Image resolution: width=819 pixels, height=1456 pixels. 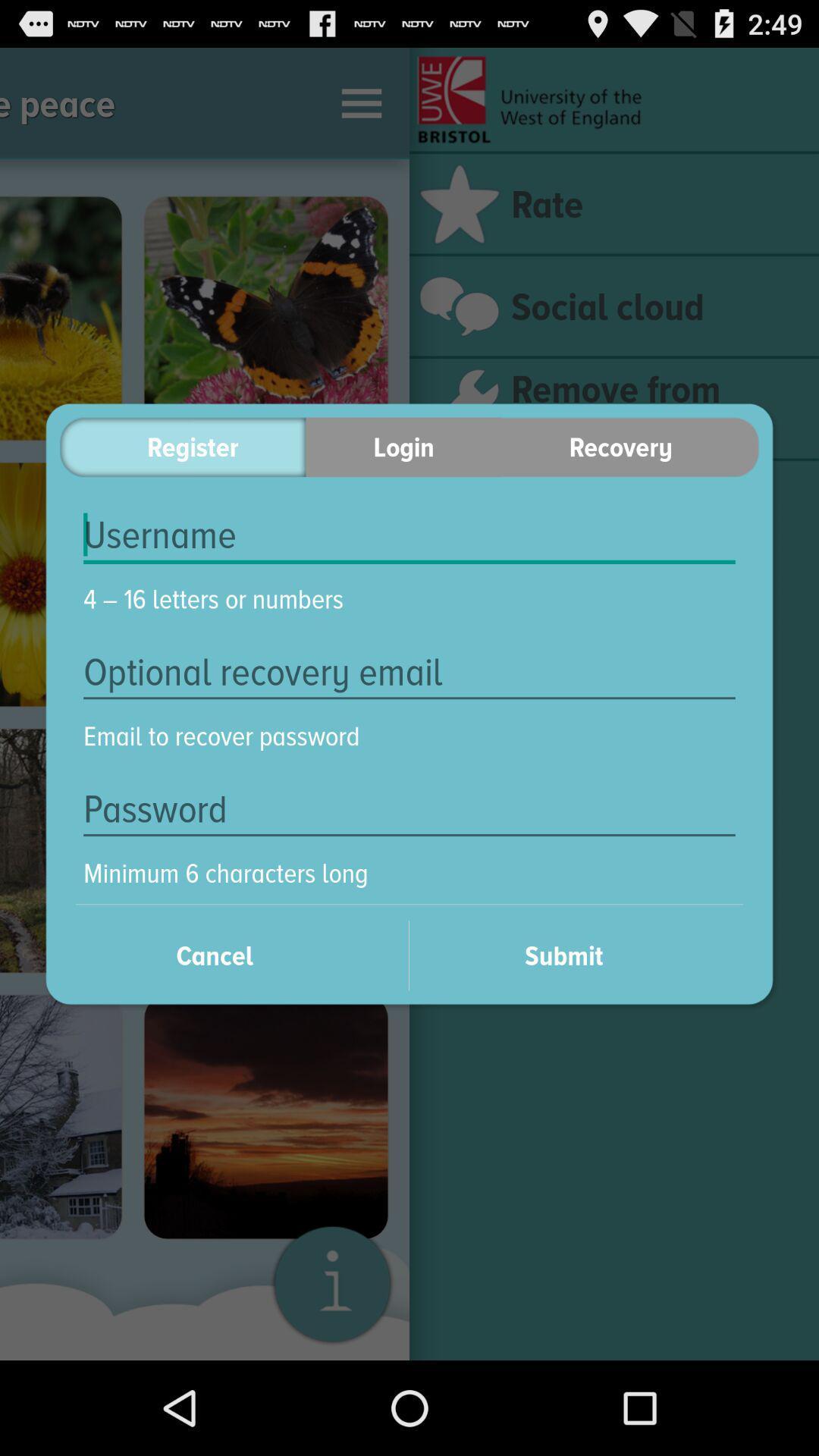 I want to click on icon next to login icon, so click(x=630, y=446).